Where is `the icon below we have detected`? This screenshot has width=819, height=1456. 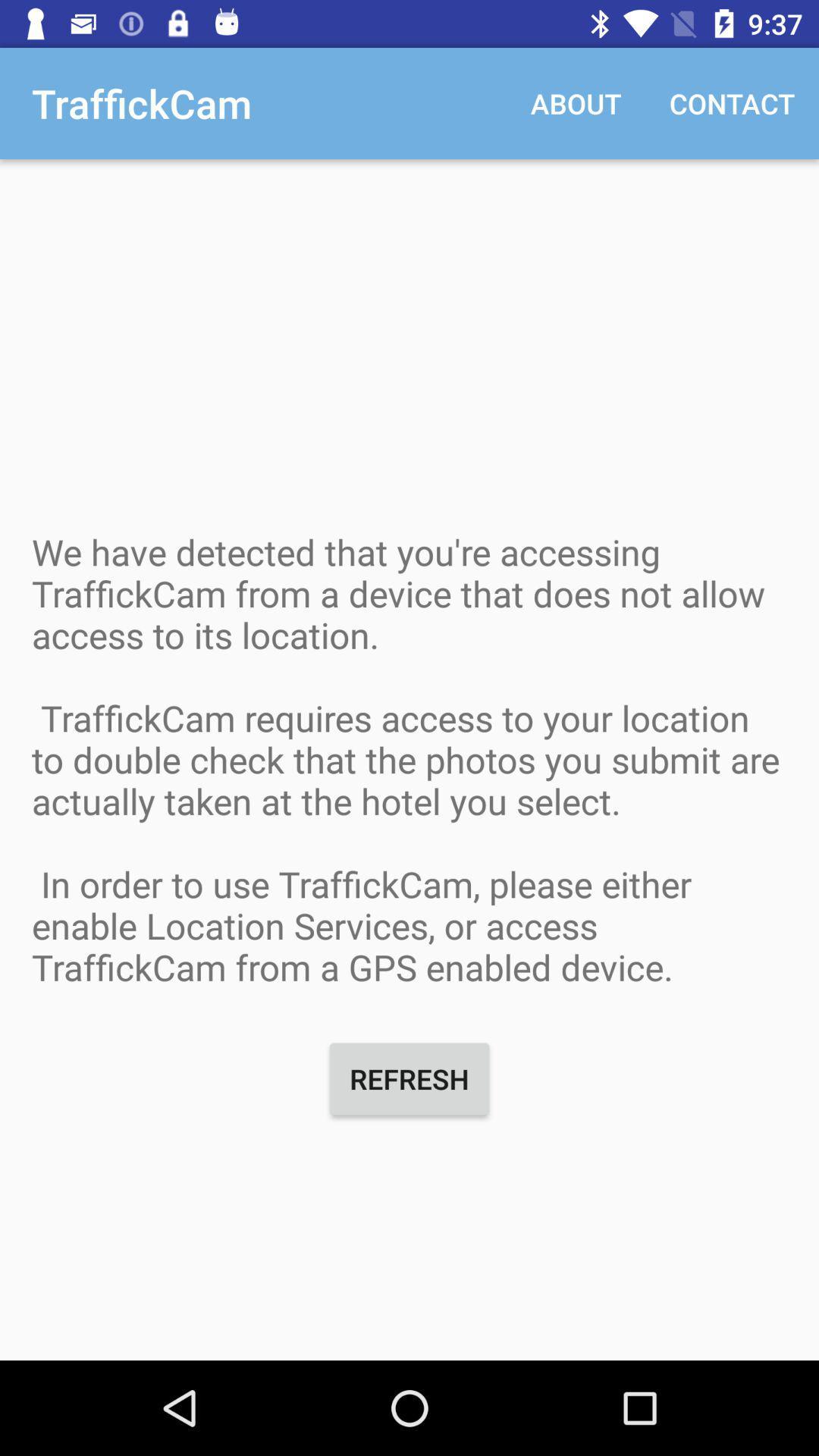 the icon below we have detected is located at coordinates (409, 1078).